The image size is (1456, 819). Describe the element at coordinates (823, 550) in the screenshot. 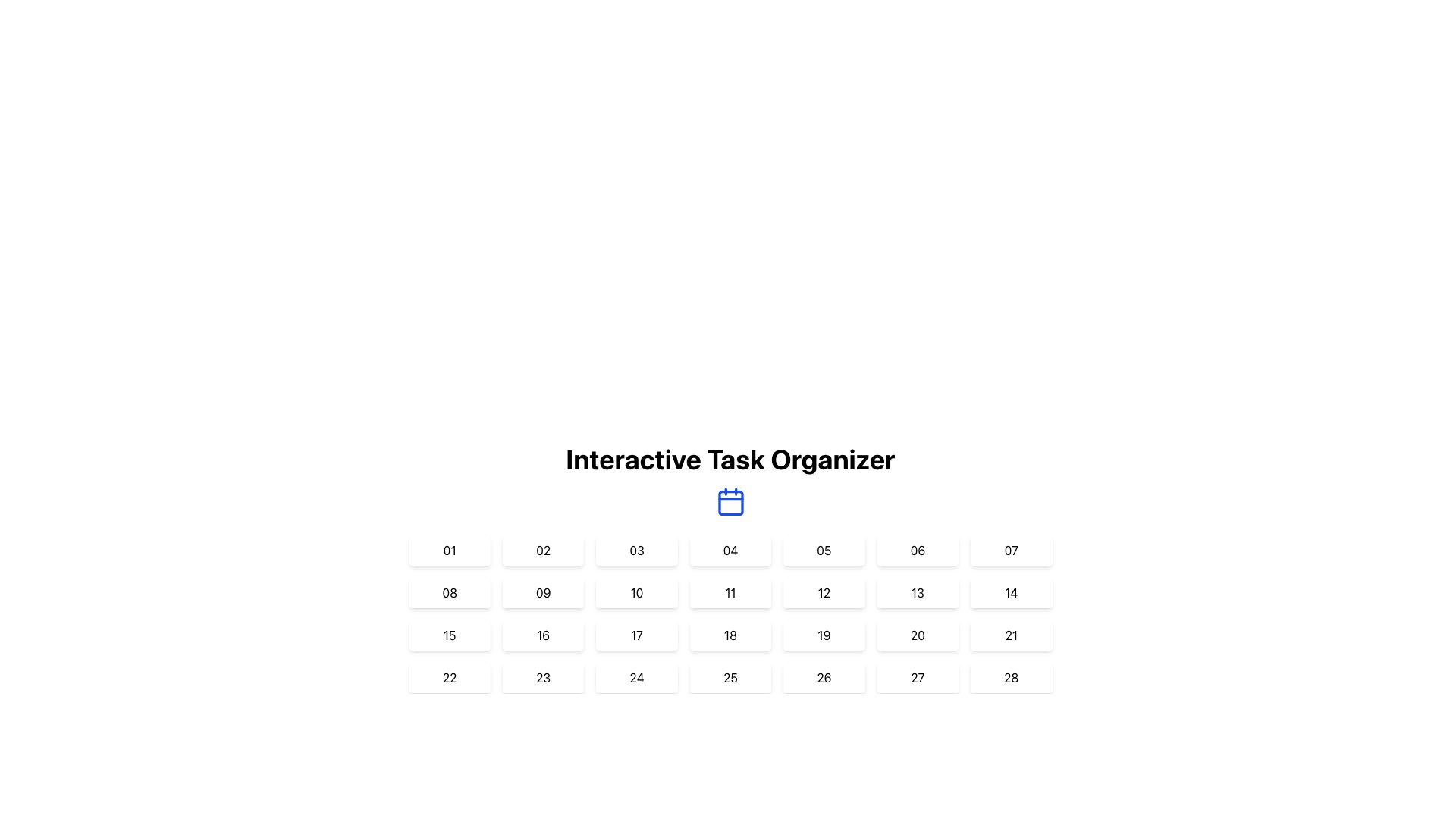

I see `the button displaying '05' in bold, located in the first row, fifth column of the grid under the header 'Interactive Task Organizer' to trigger a visual effect` at that location.